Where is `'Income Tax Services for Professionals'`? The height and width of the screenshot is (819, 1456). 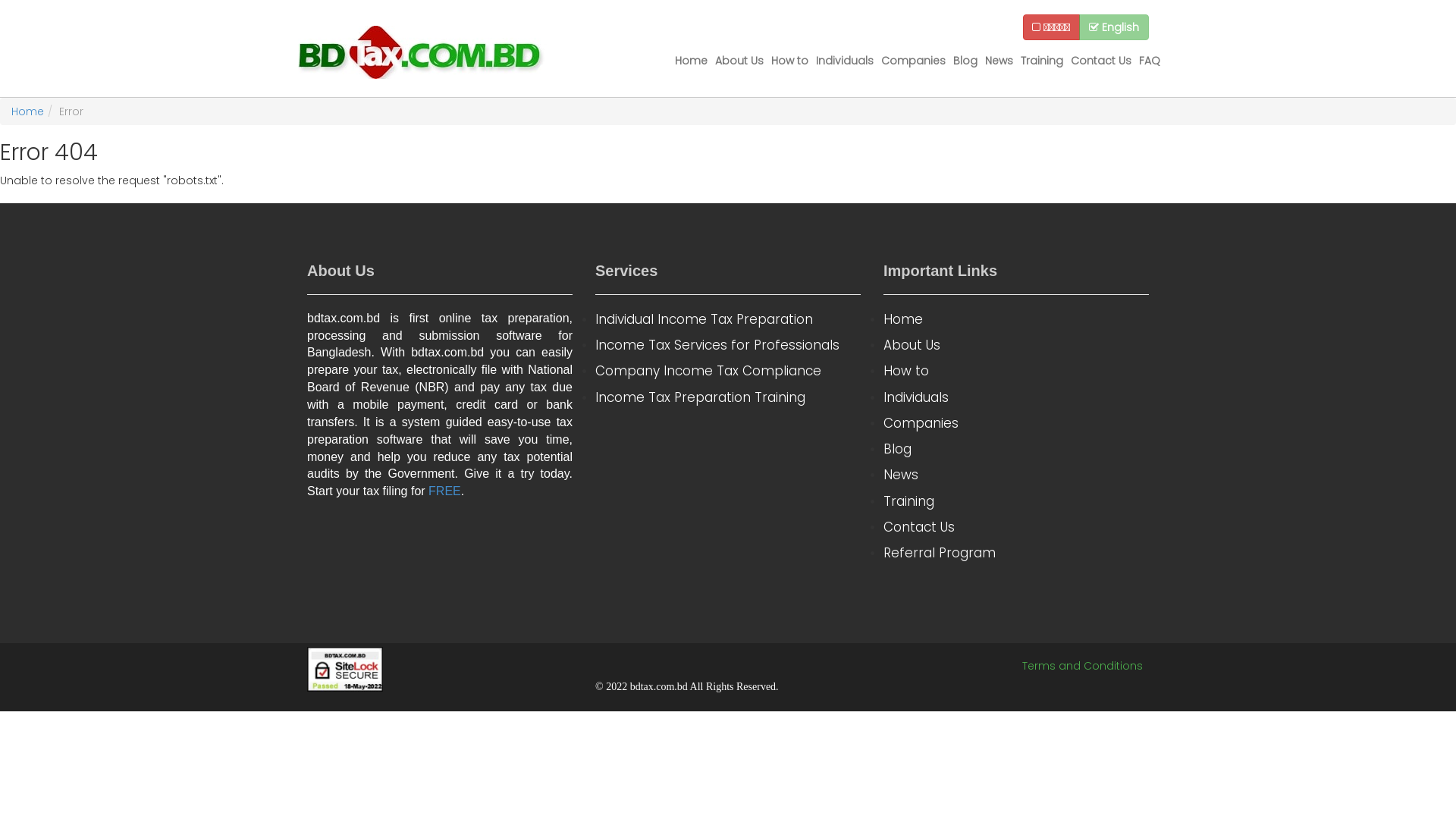
'Income Tax Services for Professionals' is located at coordinates (595, 345).